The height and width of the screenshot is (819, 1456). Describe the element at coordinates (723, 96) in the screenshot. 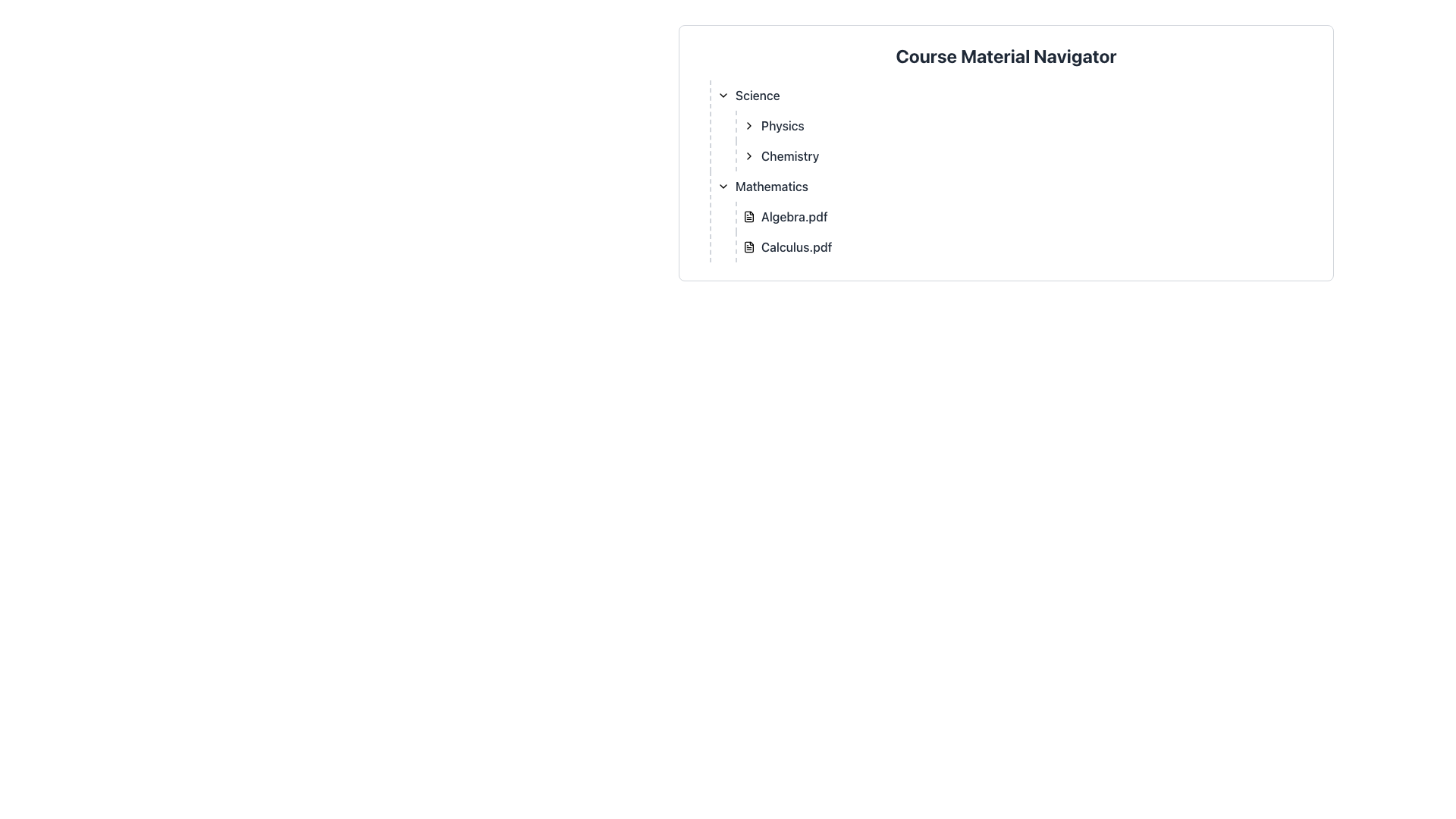

I see `the downward-pointing chevron icon that is positioned to the left of the word 'Science'` at that location.